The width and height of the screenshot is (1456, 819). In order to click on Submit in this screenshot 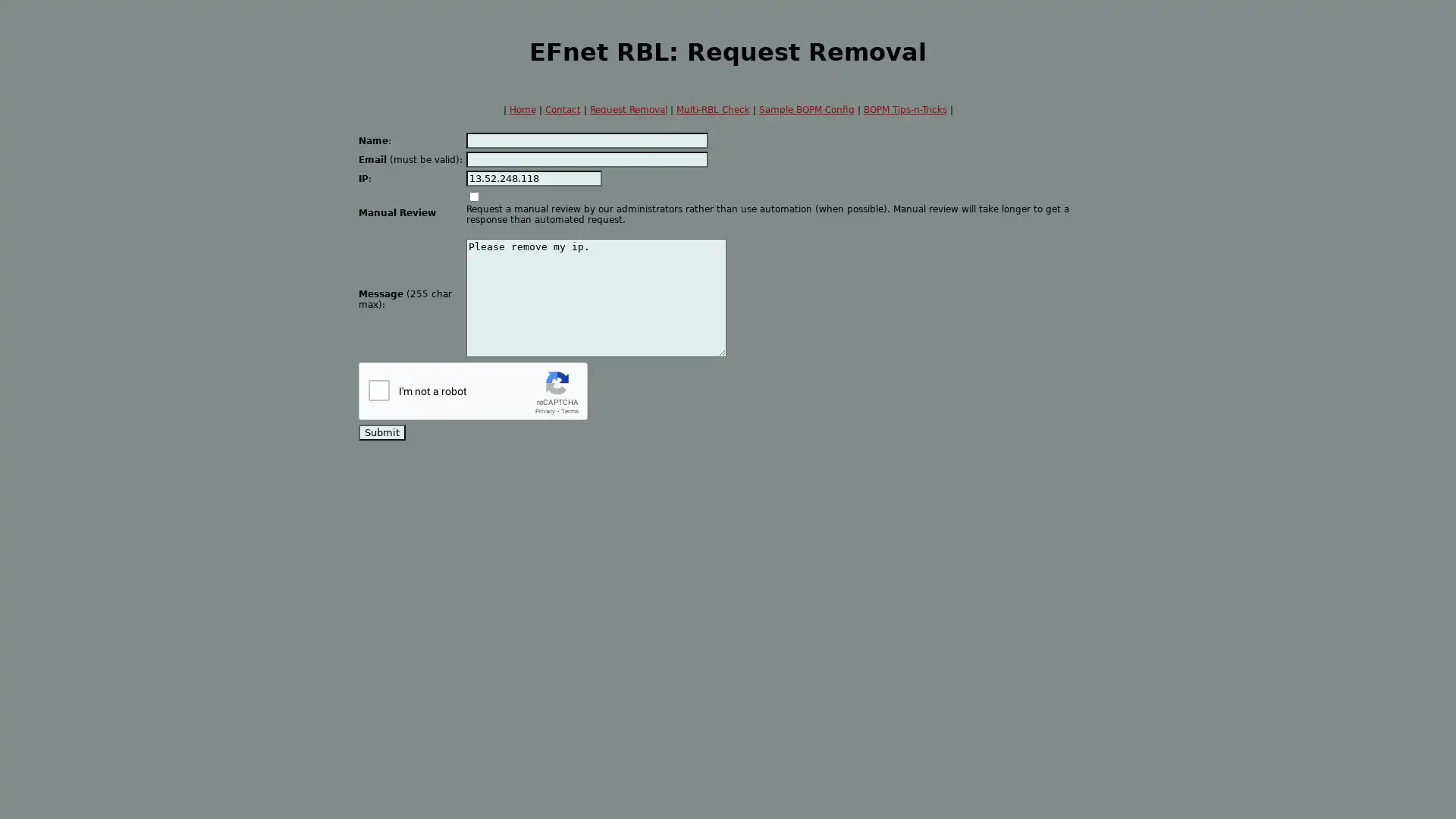, I will do `click(382, 432)`.